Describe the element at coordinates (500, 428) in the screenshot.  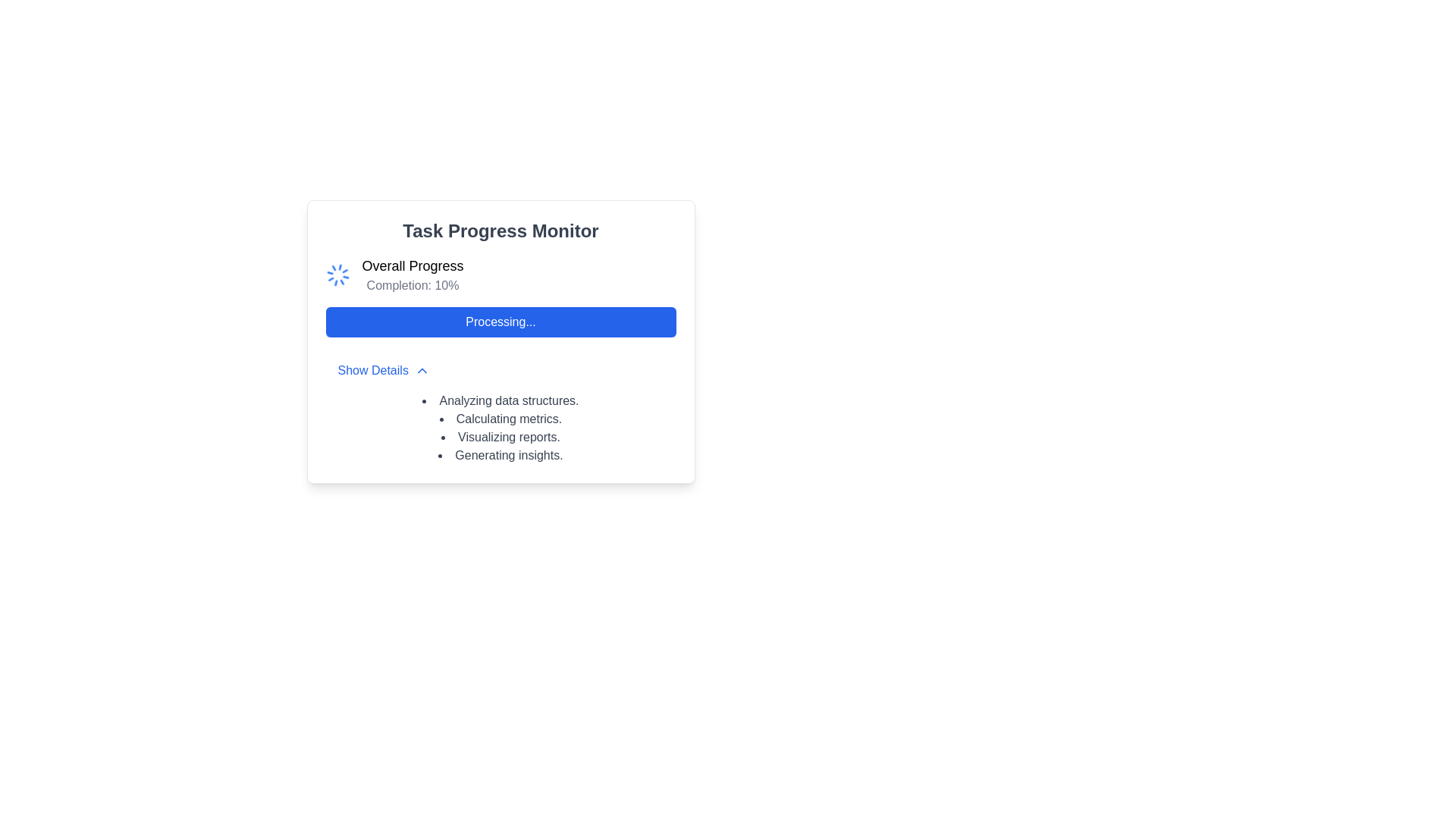
I see `the bulleted list containing items such as 'Analyzing data structures.', 'Calculating metrics.', 'Visualizing reports.', and 'Generating insights.' positioned below the 'Show Details' link` at that location.